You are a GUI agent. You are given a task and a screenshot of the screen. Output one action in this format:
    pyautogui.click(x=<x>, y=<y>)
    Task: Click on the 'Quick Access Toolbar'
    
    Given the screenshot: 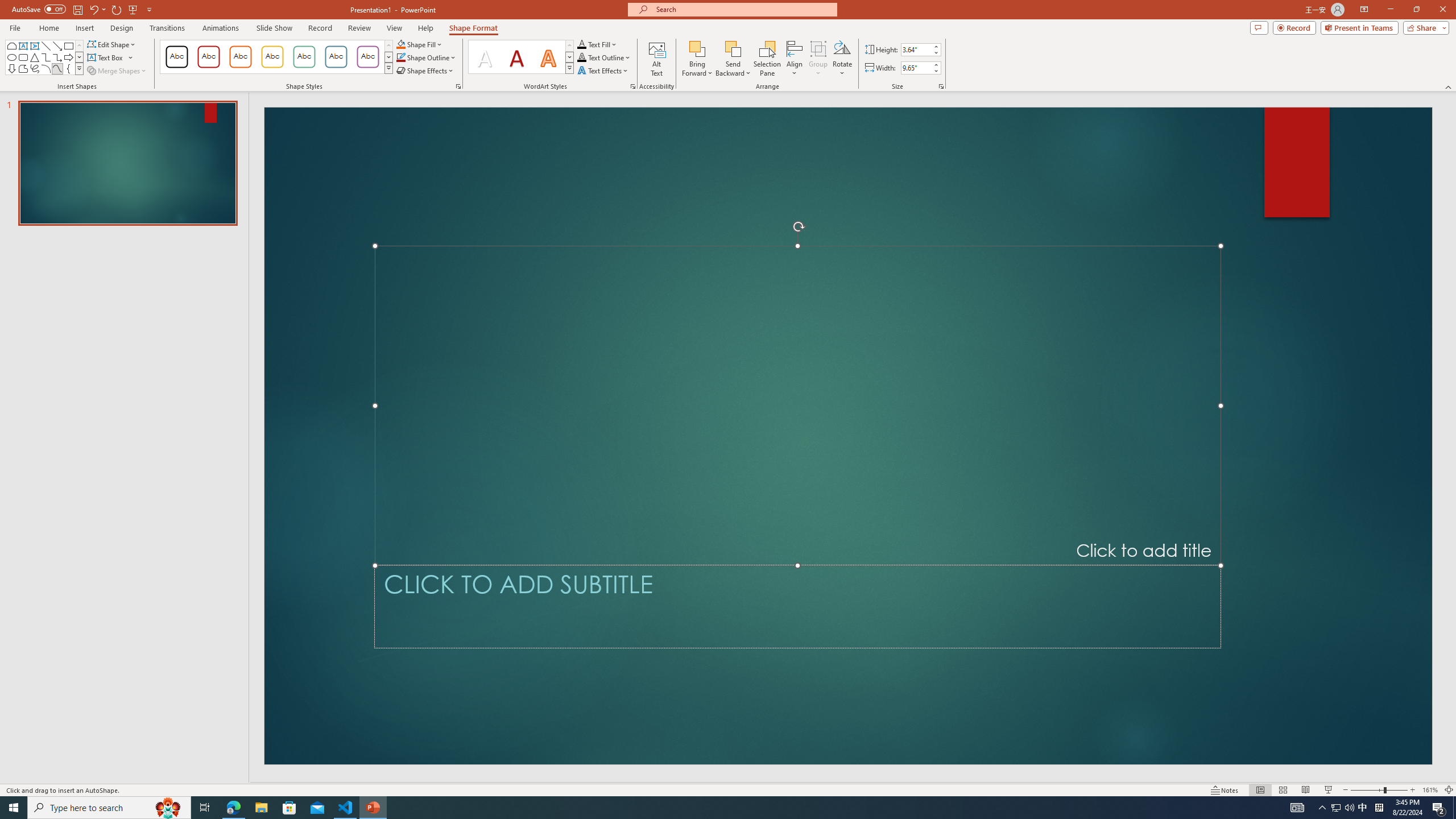 What is the action you would take?
    pyautogui.click(x=82, y=9)
    